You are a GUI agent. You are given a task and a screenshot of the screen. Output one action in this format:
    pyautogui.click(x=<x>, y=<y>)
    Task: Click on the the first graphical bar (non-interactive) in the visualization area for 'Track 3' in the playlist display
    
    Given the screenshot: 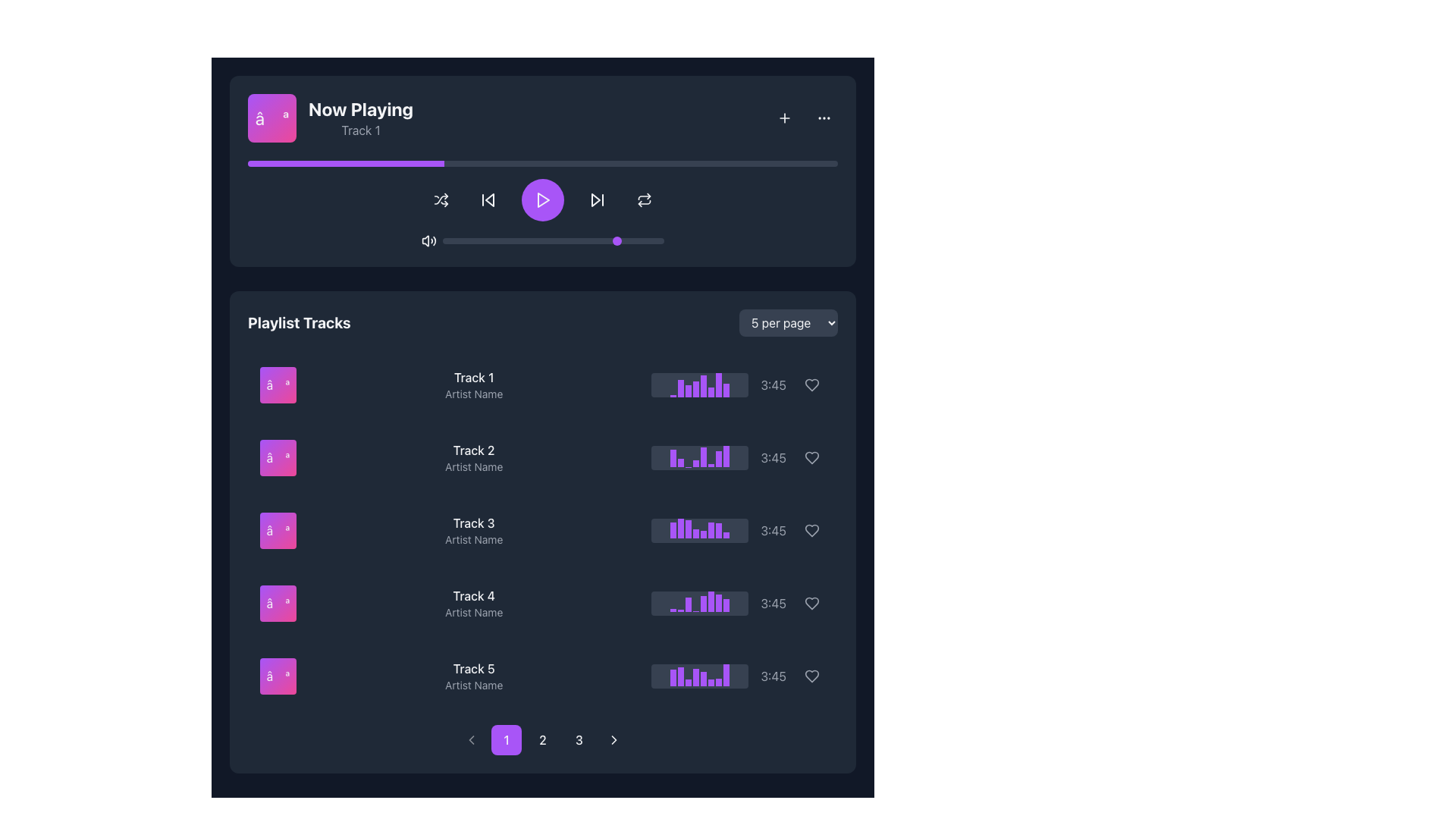 What is the action you would take?
    pyautogui.click(x=673, y=529)
    